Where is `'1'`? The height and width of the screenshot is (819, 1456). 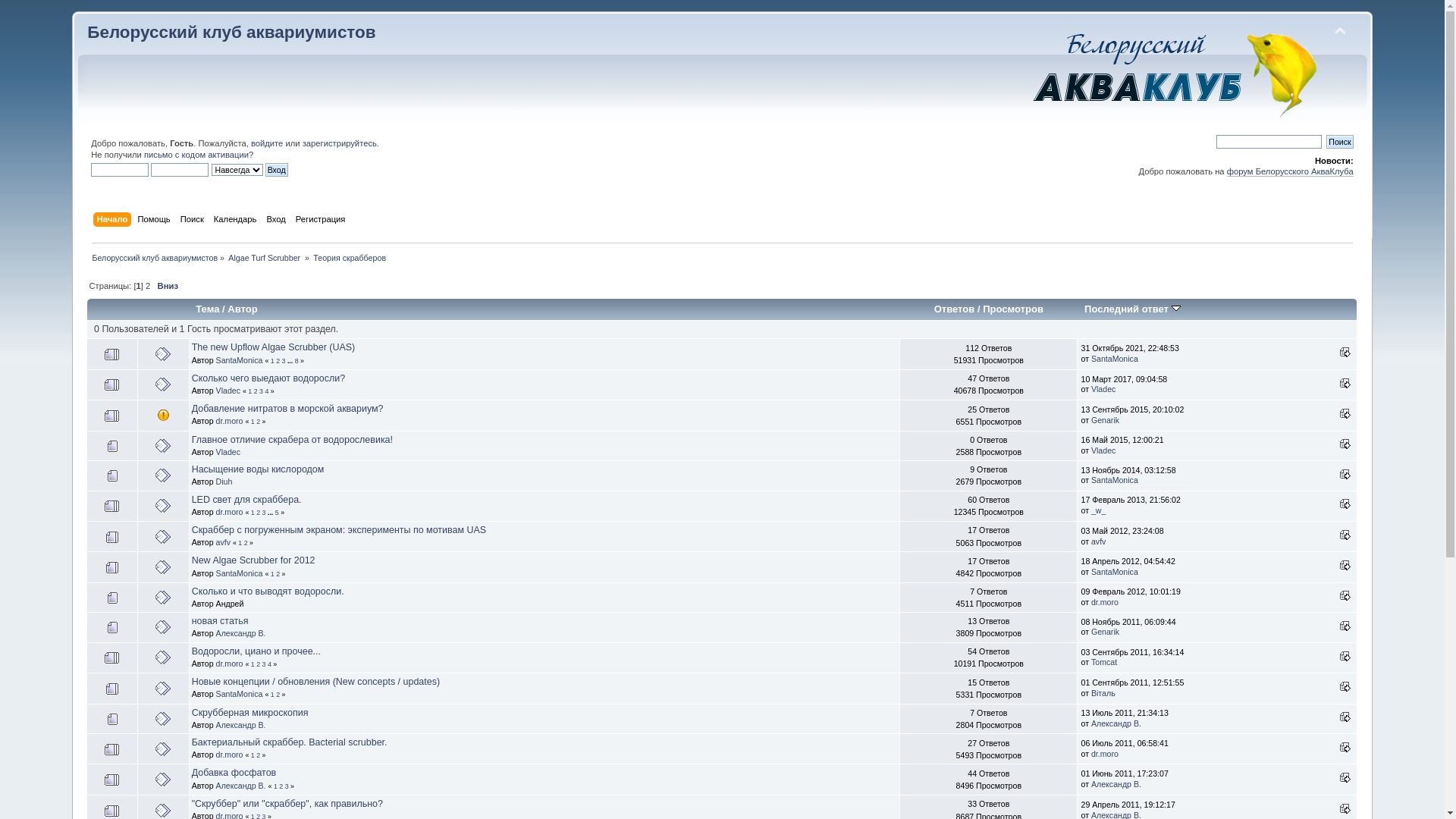 '1' is located at coordinates (272, 694).